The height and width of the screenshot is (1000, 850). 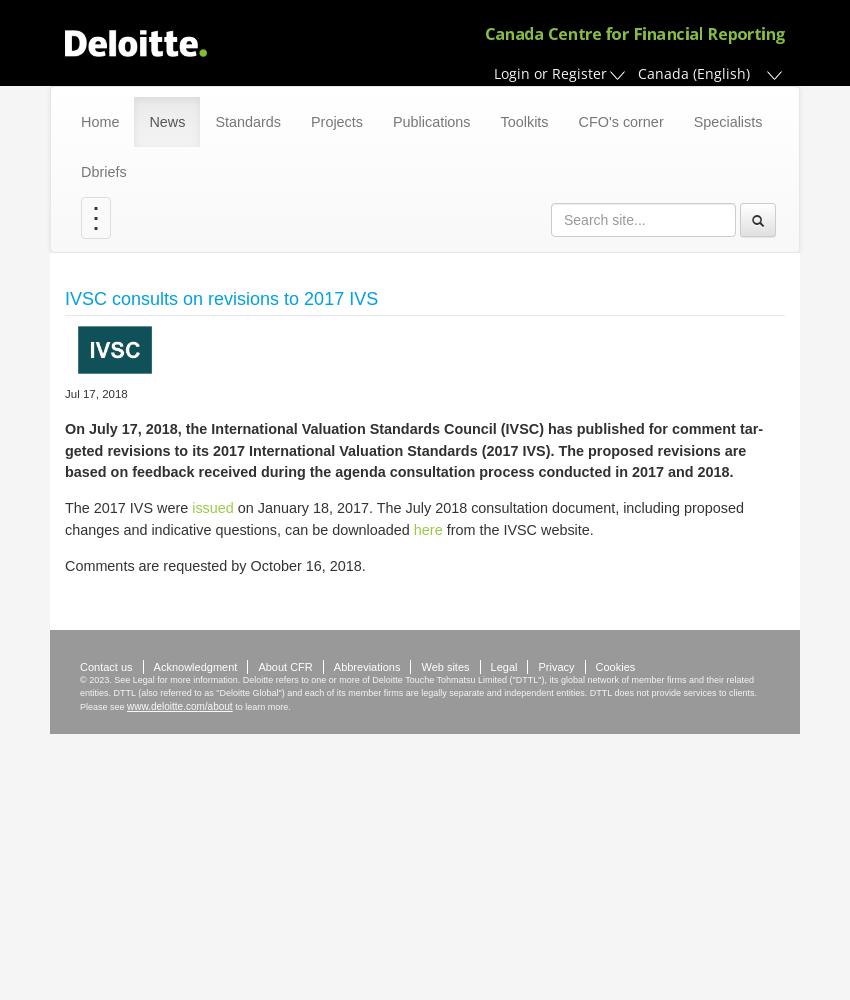 What do you see at coordinates (102, 172) in the screenshot?
I see `'Dbriefs'` at bounding box center [102, 172].